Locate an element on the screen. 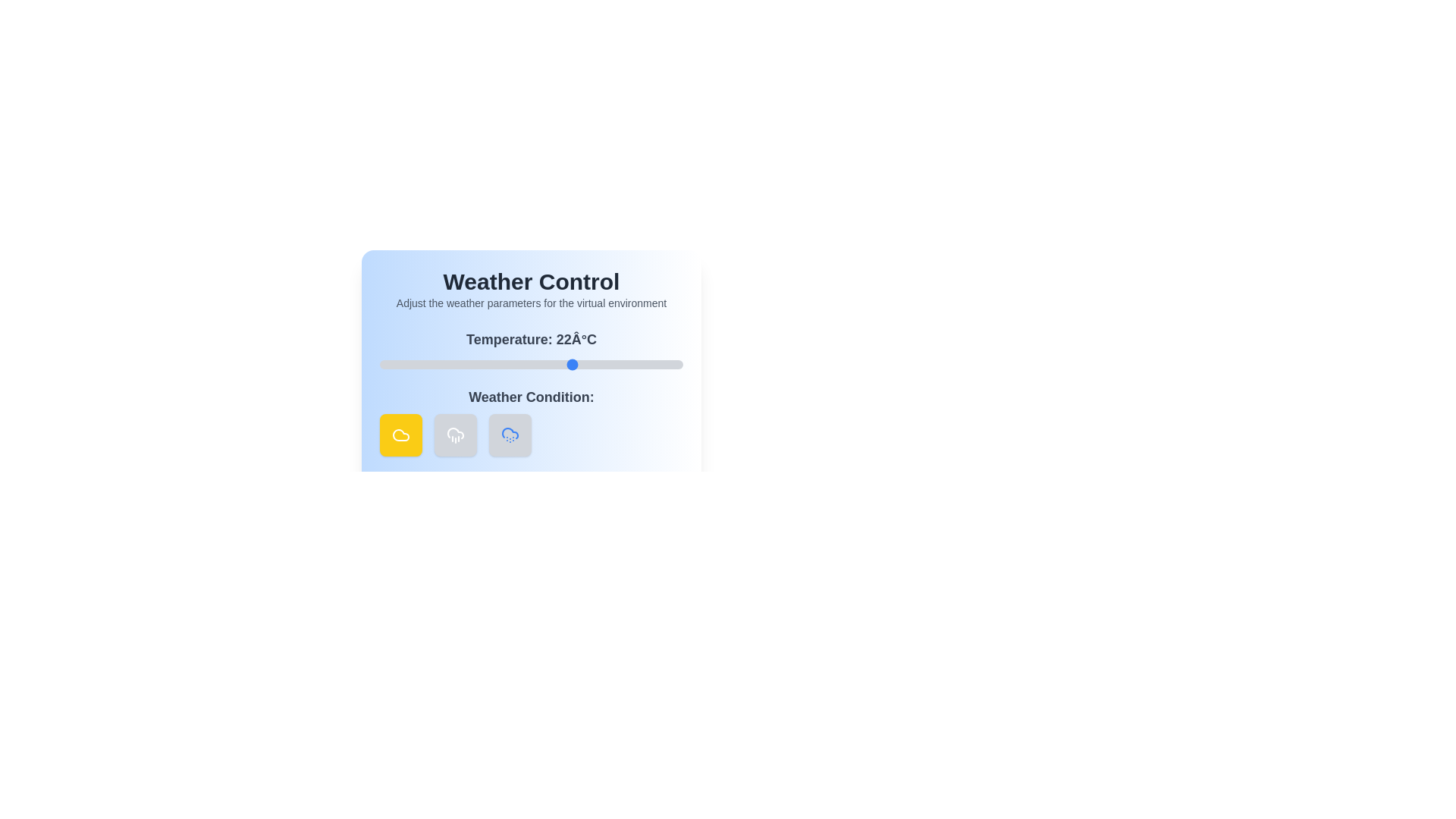 Image resolution: width=1456 pixels, height=819 pixels. the temperature slider to 26 degrees is located at coordinates (597, 365).